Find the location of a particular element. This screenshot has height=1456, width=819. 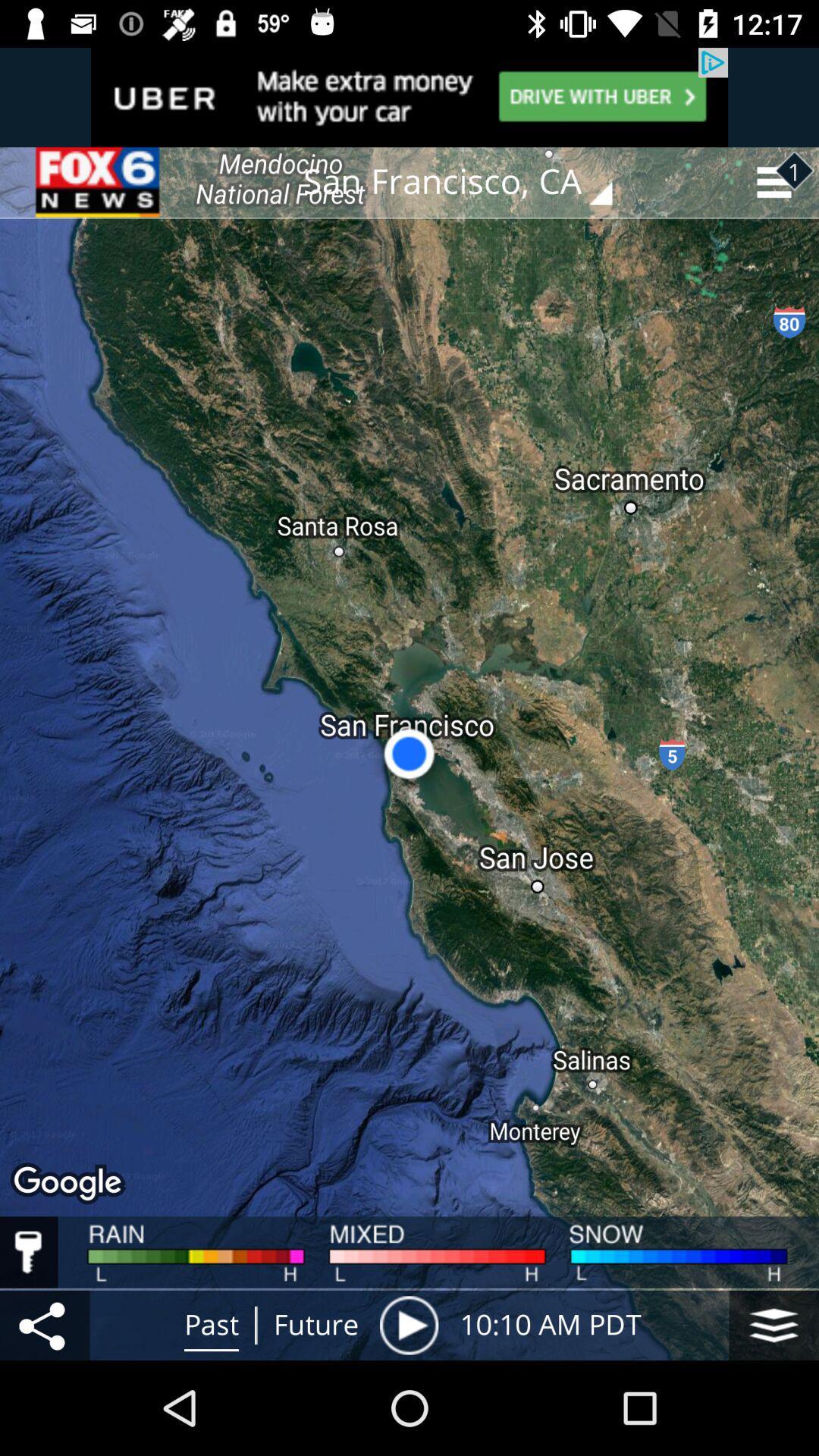

item to the right of future item is located at coordinates (408, 1324).